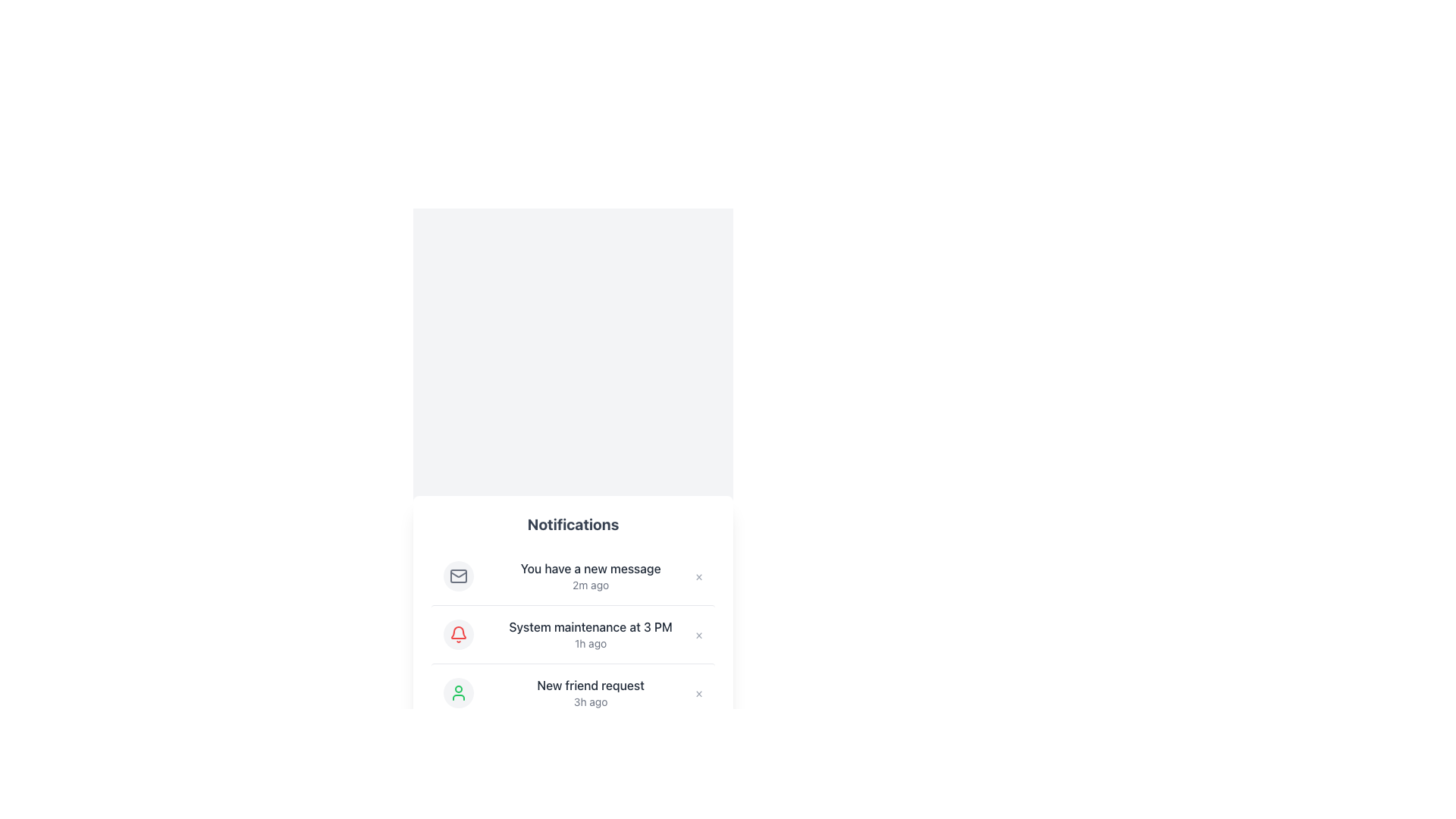  Describe the element at coordinates (457, 576) in the screenshot. I see `the graphical rectangle element that is part of the mail icon within the notification labeled 'You have a new message'` at that location.